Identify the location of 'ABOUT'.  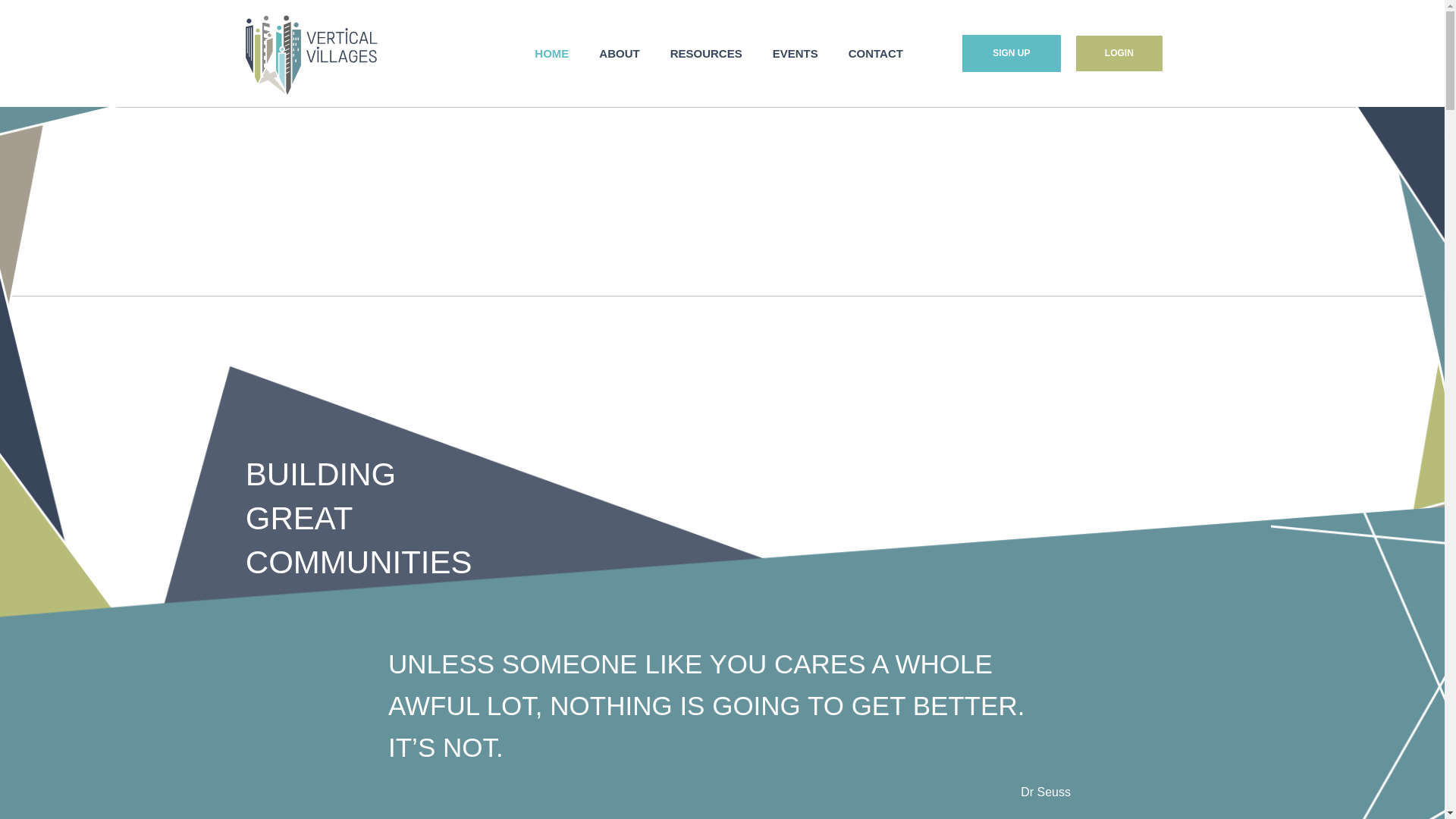
(582, 52).